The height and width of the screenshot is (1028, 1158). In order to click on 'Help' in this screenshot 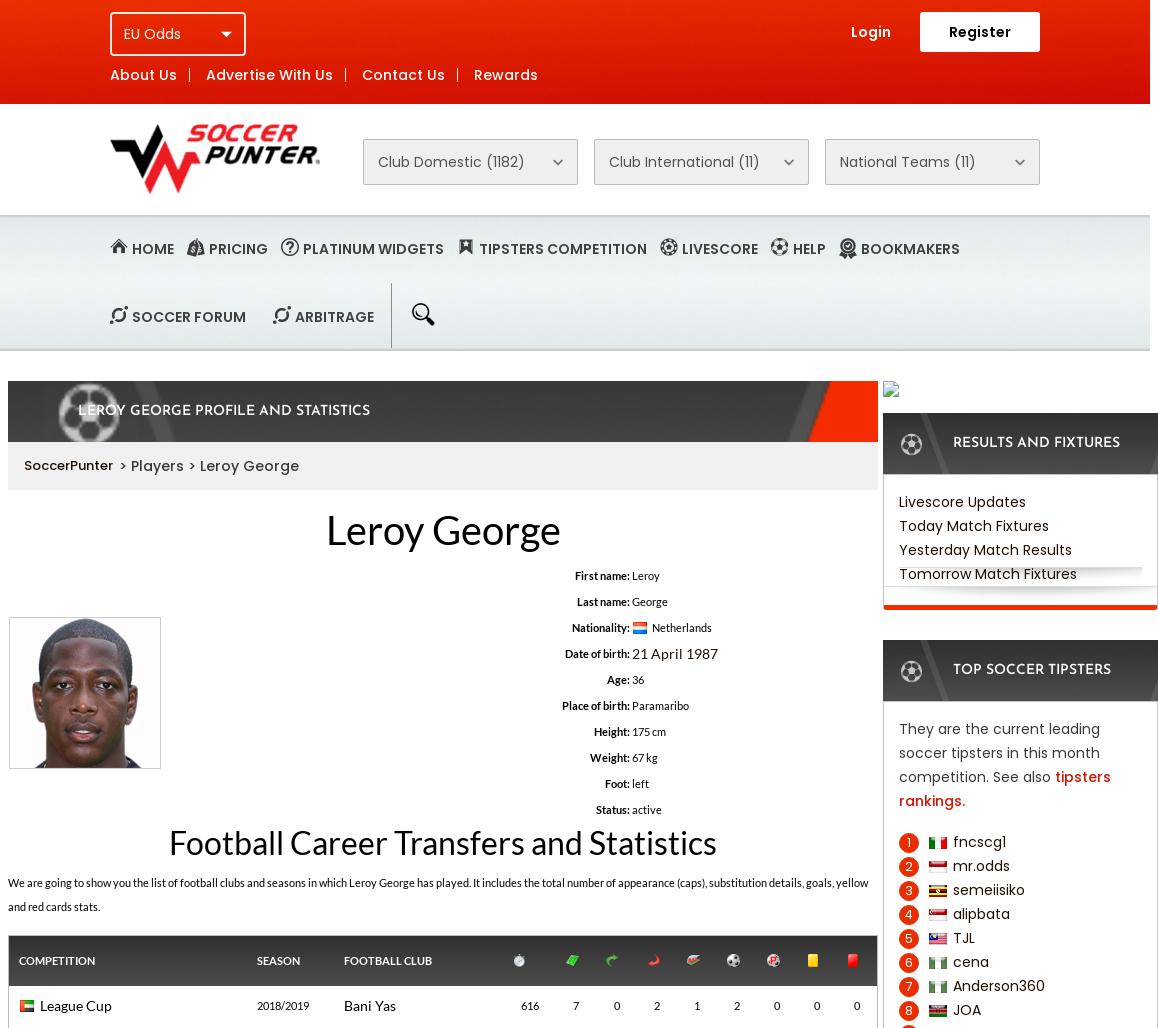, I will do `click(809, 247)`.